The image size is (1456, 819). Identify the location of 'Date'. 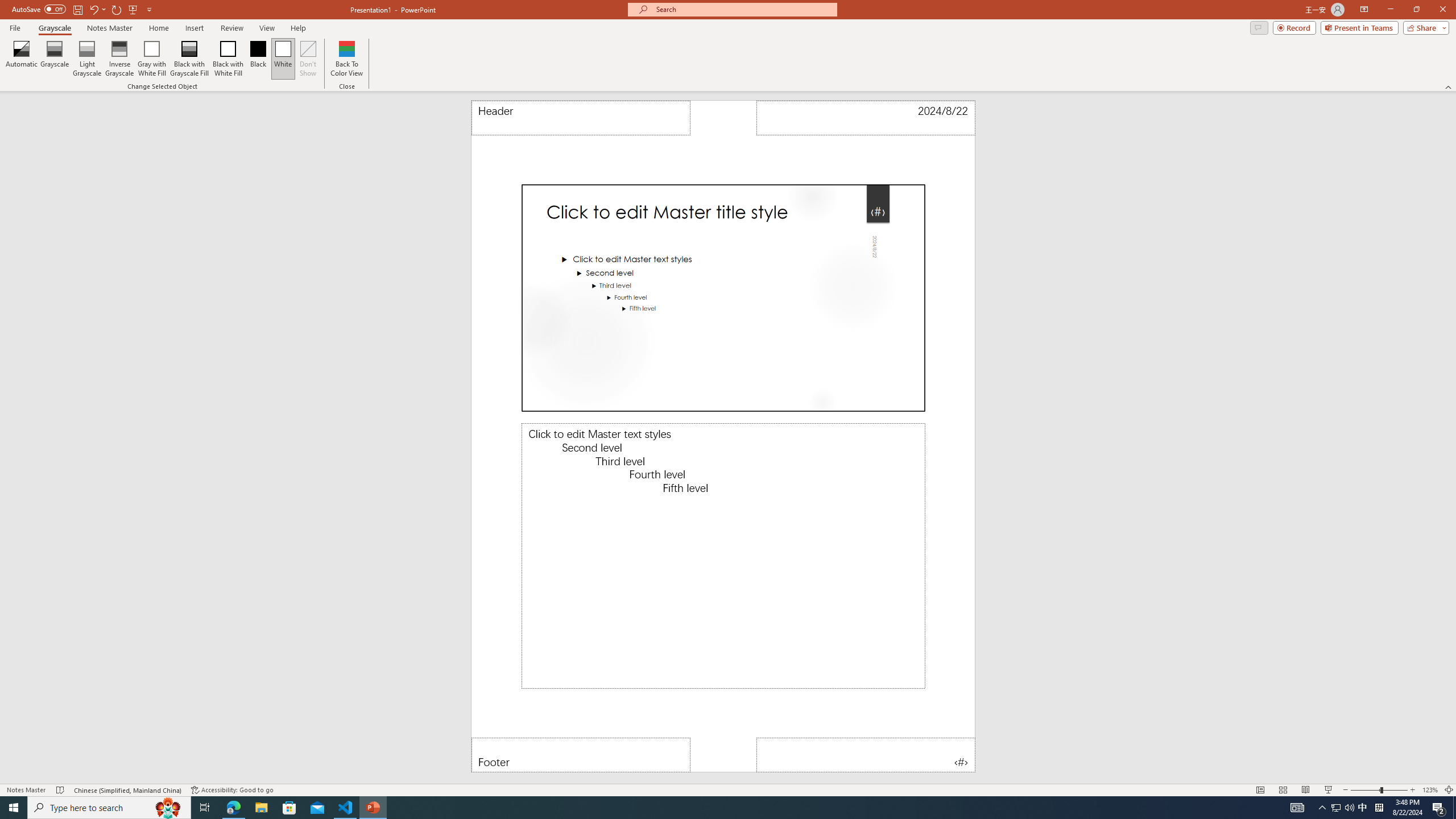
(866, 117).